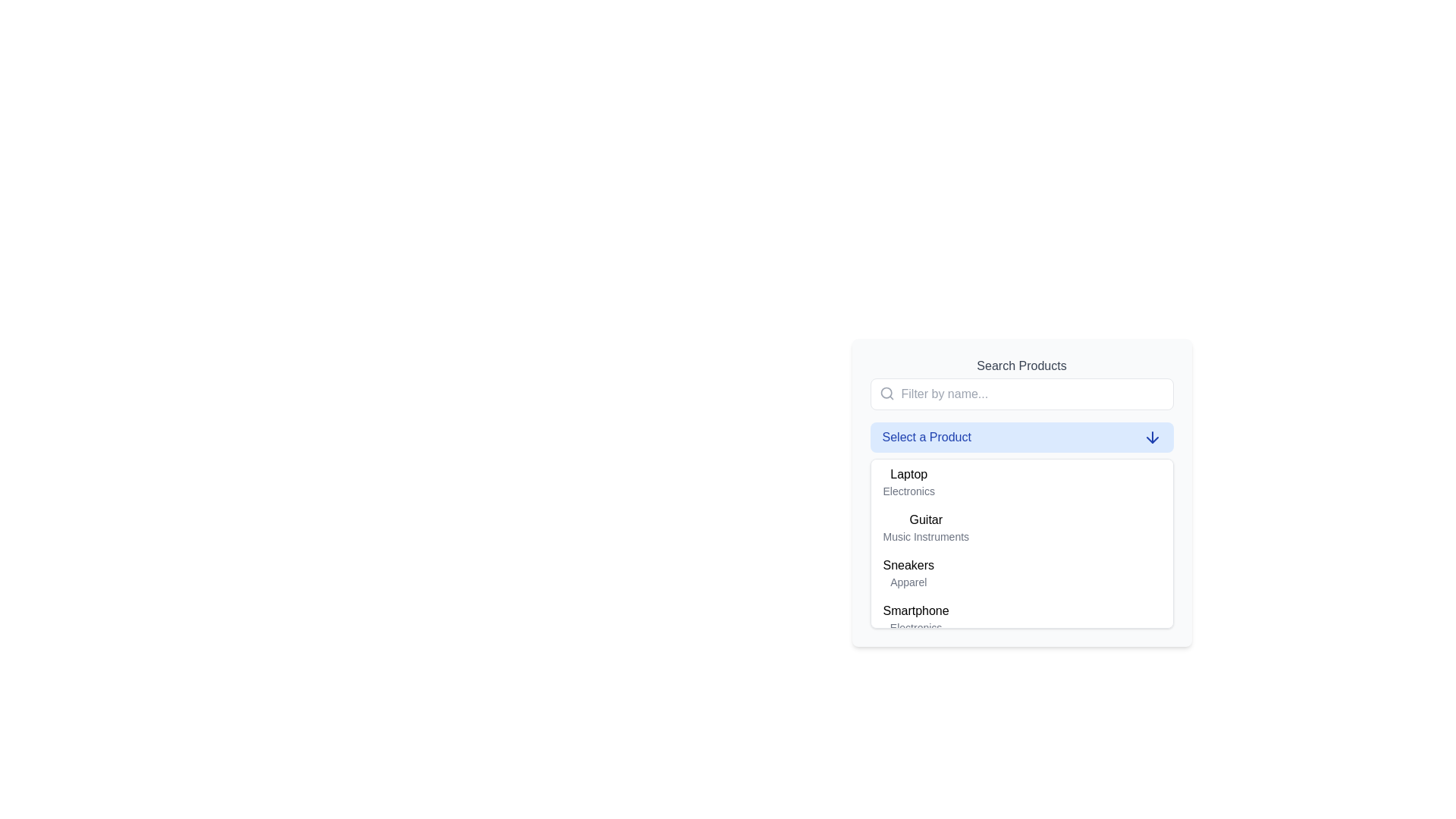 This screenshot has width=1456, height=819. Describe the element at coordinates (925, 526) in the screenshot. I see `the second entry in the list under 'Select a Product' which displays 'Guitar' in bold black and 'Music Instruments' in smaller gray text` at that location.